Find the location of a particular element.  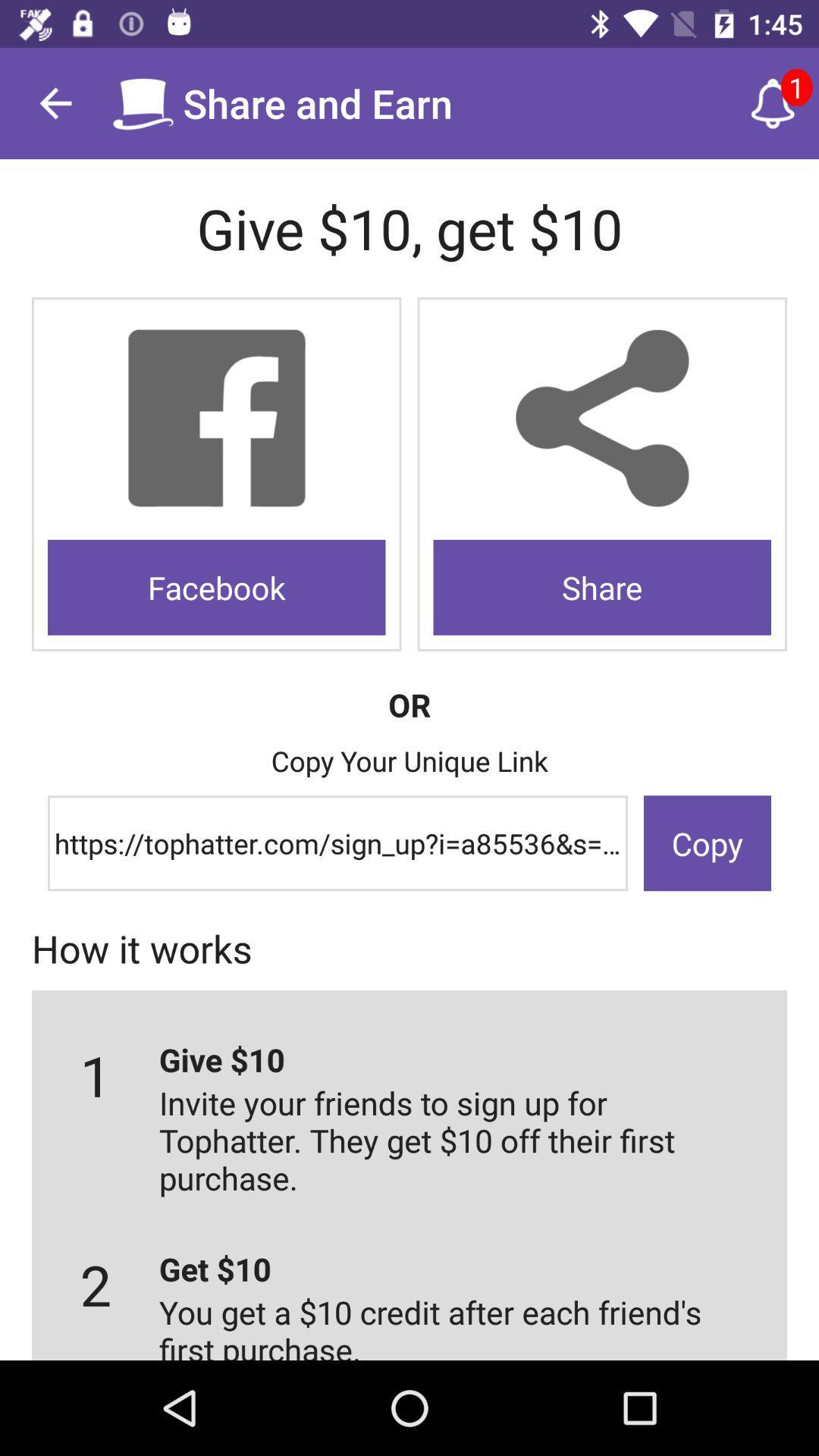

the item above give 10 get icon is located at coordinates (773, 102).